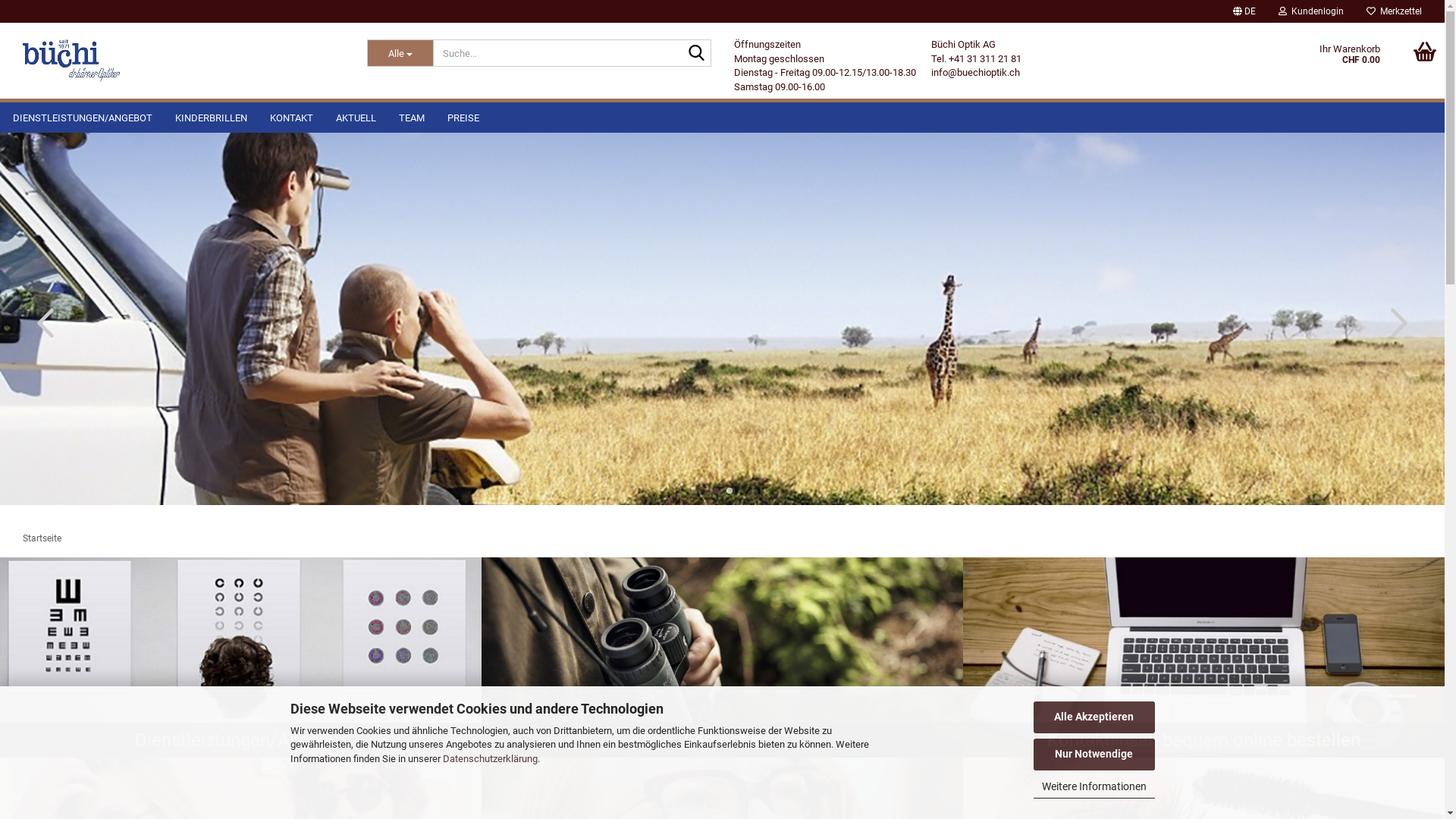 This screenshot has height=819, width=1456. What do you see at coordinates (975, 72) in the screenshot?
I see `'info@buechioptik.ch'` at bounding box center [975, 72].